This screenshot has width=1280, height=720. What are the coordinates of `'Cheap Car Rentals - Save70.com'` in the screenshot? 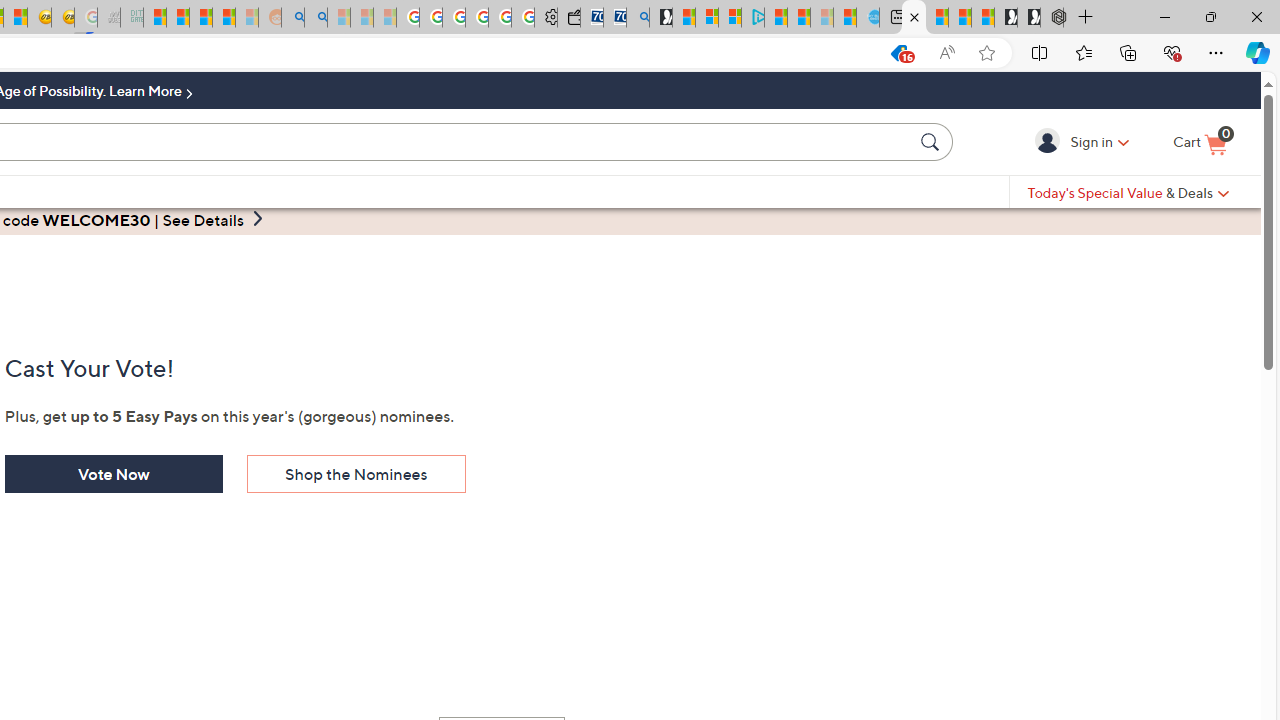 It's located at (614, 17).